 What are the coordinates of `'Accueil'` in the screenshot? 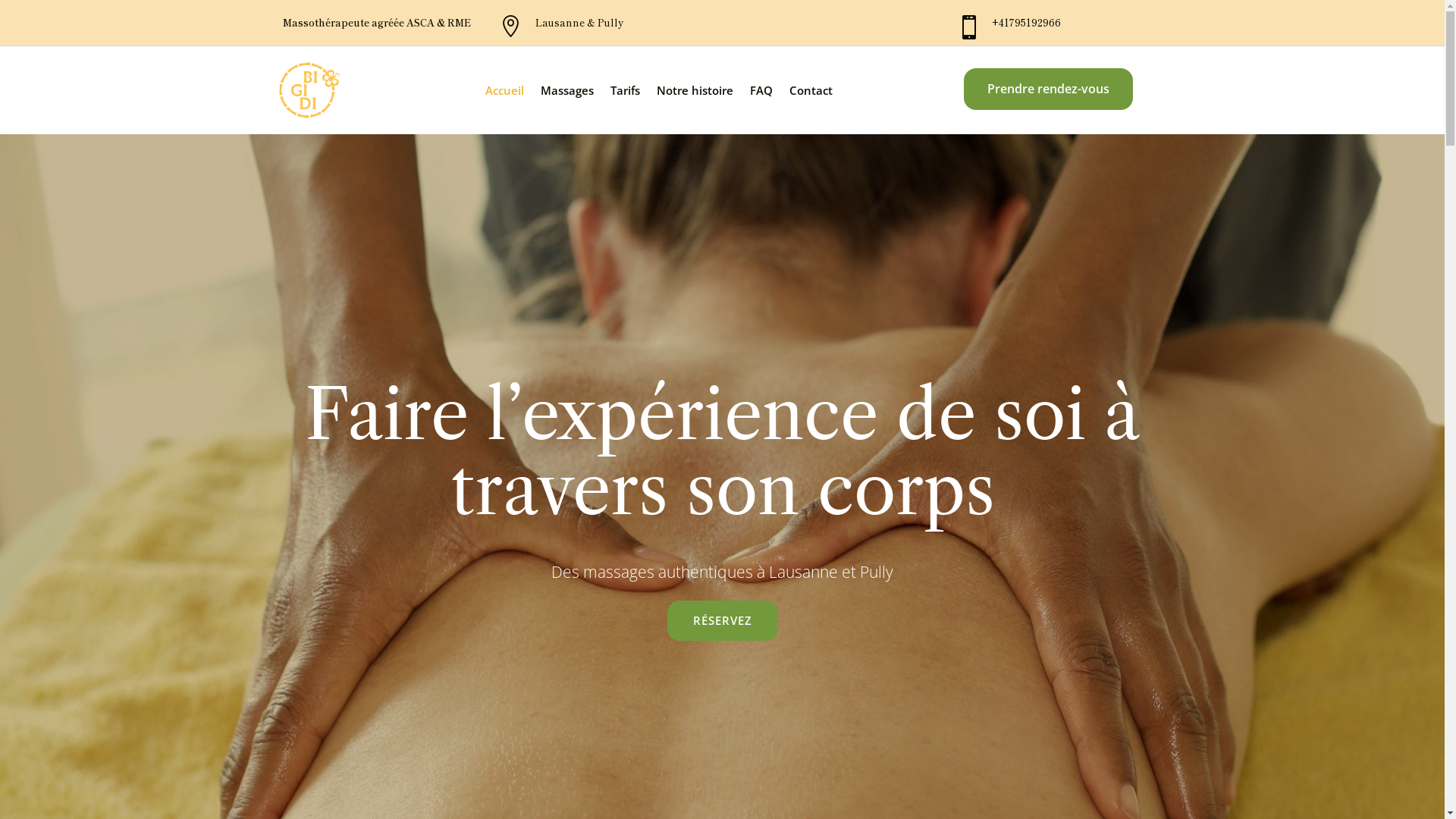 It's located at (504, 90).